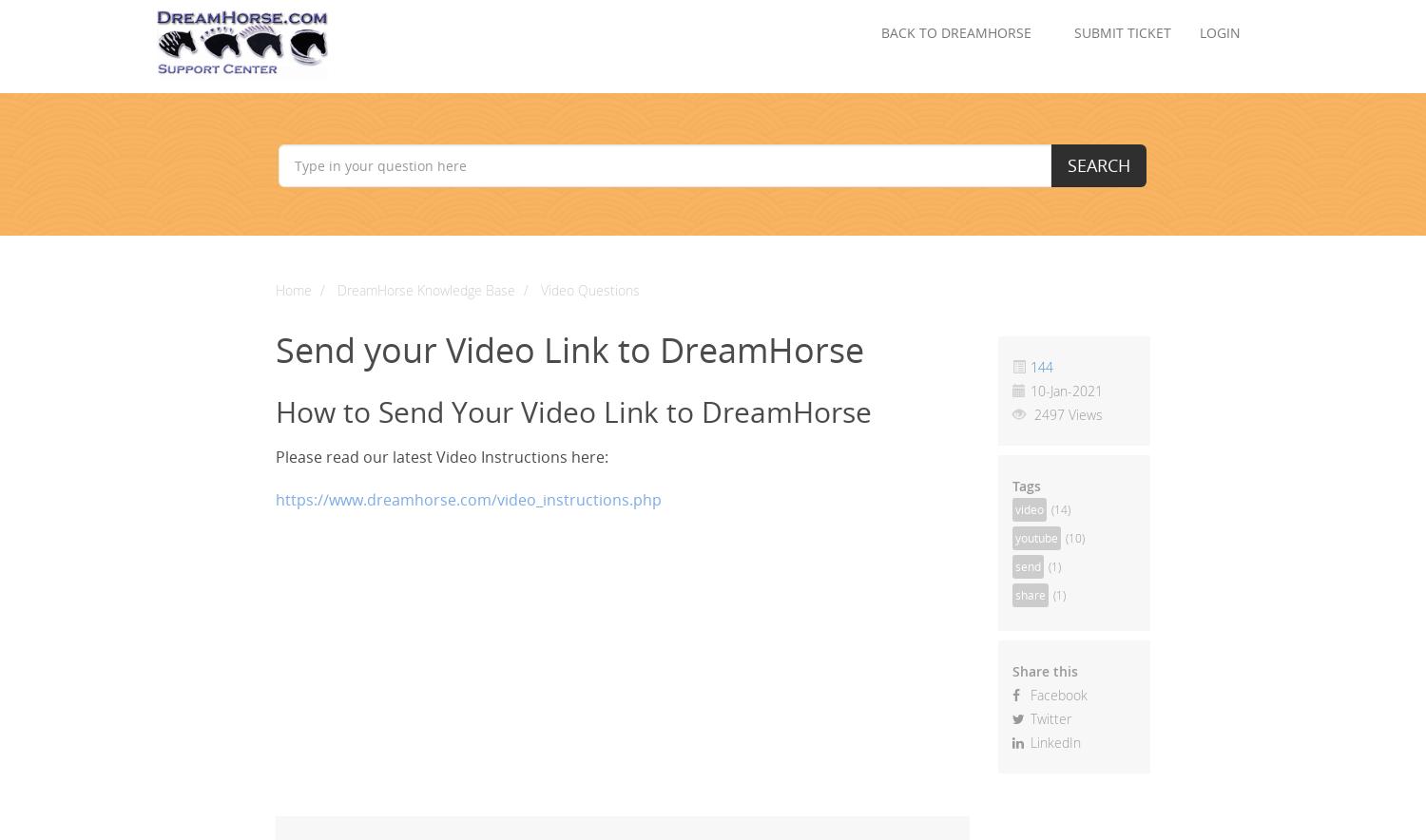 The height and width of the screenshot is (840, 1426). What do you see at coordinates (572, 410) in the screenshot?
I see `'How to Send Your Video Link to DreamHorse'` at bounding box center [572, 410].